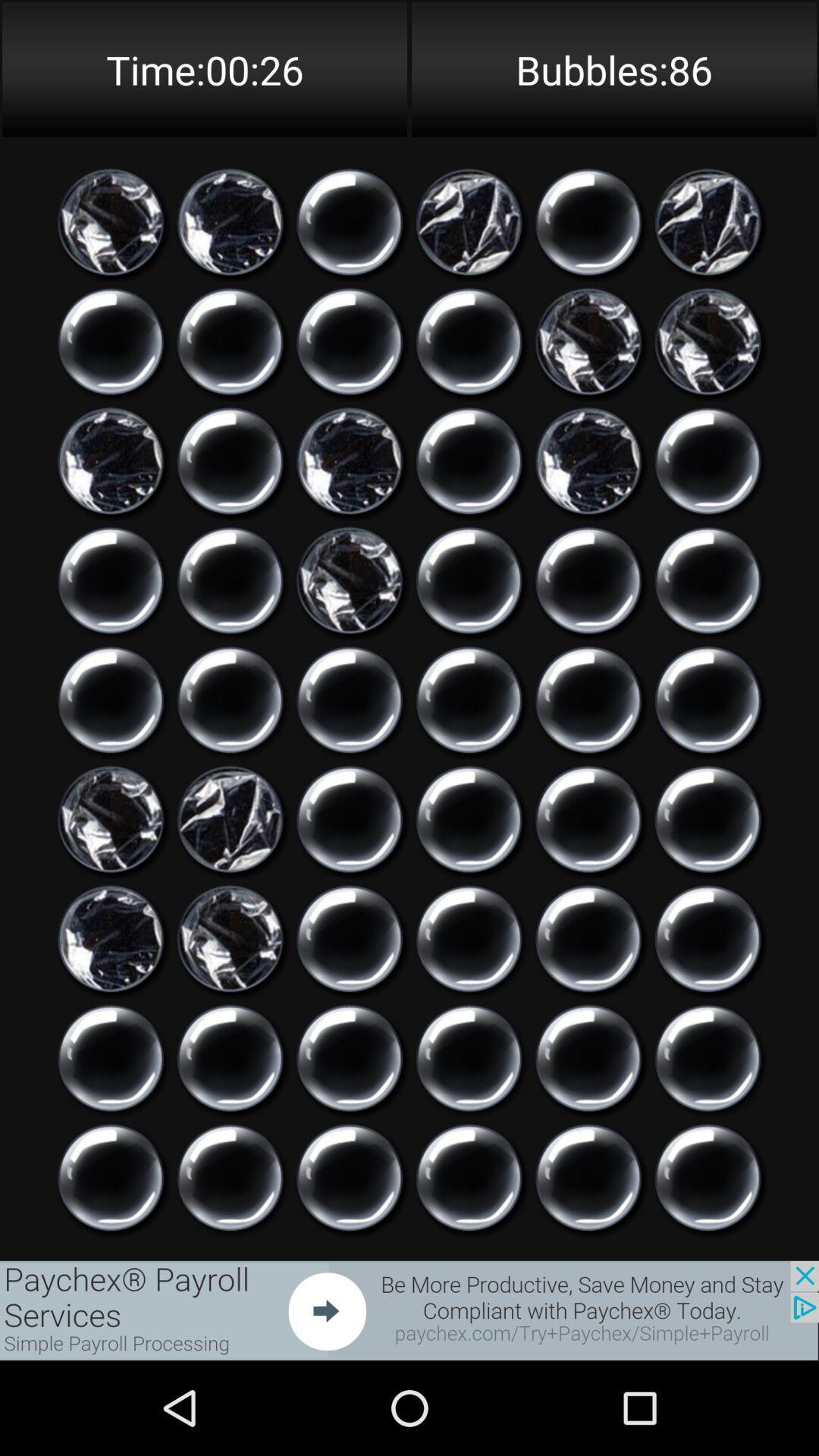  What do you see at coordinates (350, 340) in the screenshot?
I see `pop virtual bubble` at bounding box center [350, 340].